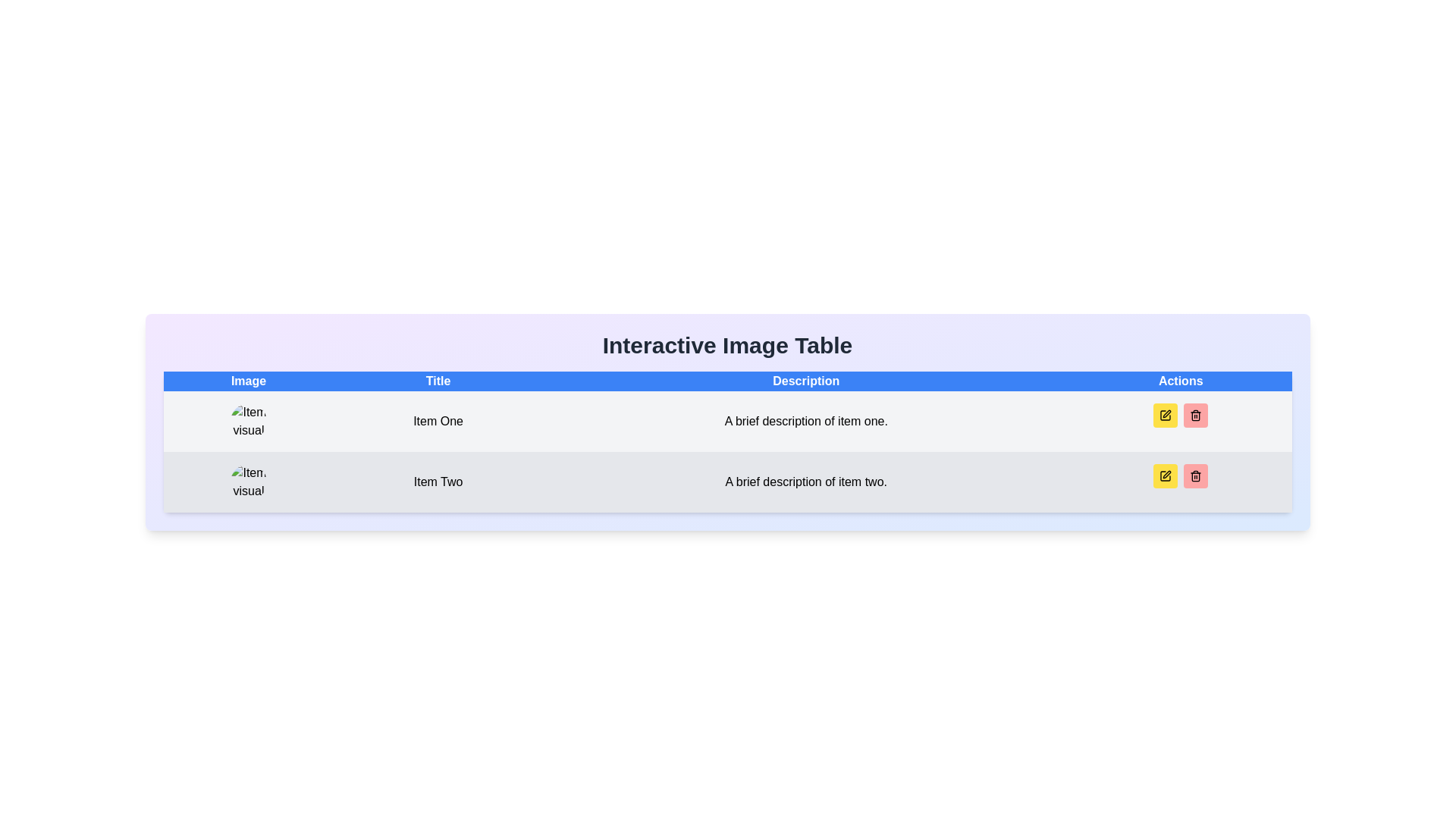 The height and width of the screenshot is (819, 1456). I want to click on the edit icon button located in the 'Actions' column of the second row of the table to initiate editing the row content, so click(1165, 415).